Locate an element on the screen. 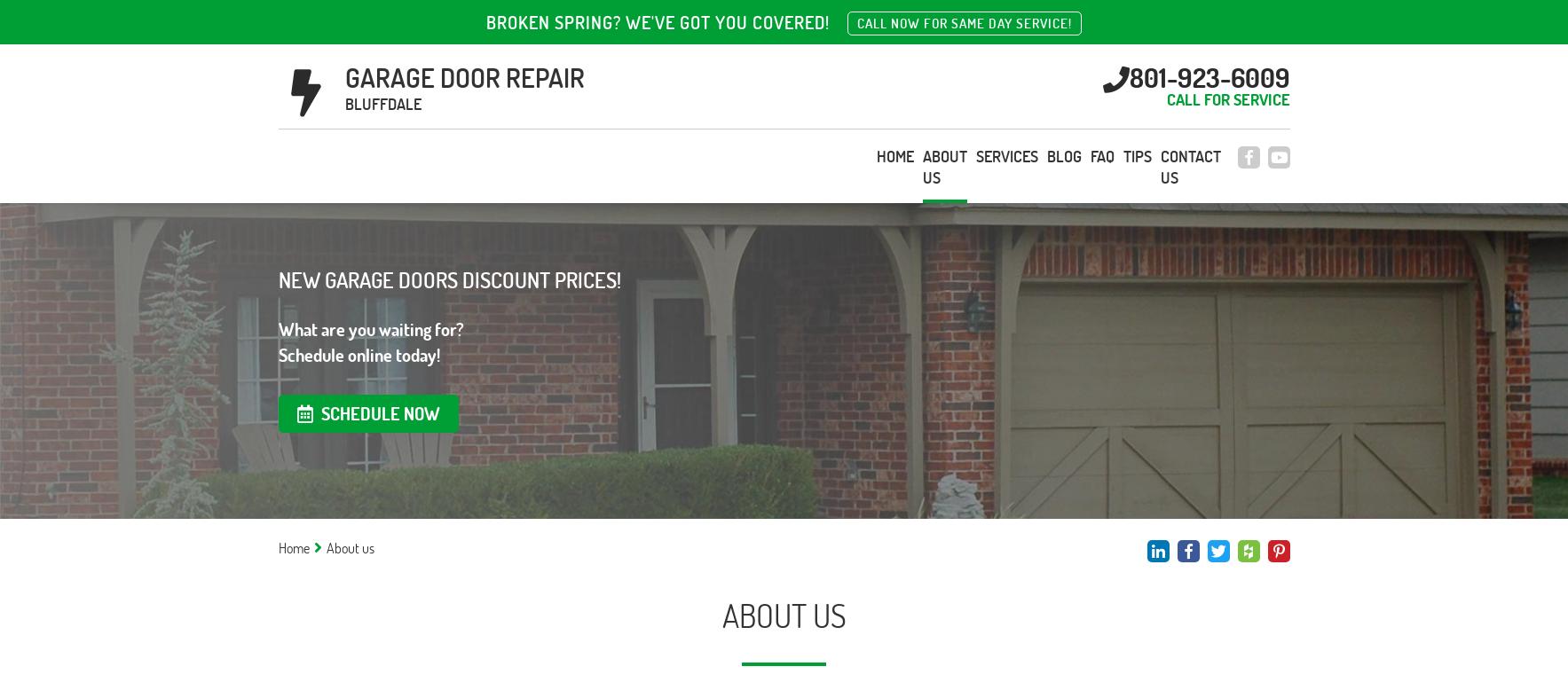 The image size is (1568, 698). 'Broken spring? We've got you covered!' is located at coordinates (657, 21).